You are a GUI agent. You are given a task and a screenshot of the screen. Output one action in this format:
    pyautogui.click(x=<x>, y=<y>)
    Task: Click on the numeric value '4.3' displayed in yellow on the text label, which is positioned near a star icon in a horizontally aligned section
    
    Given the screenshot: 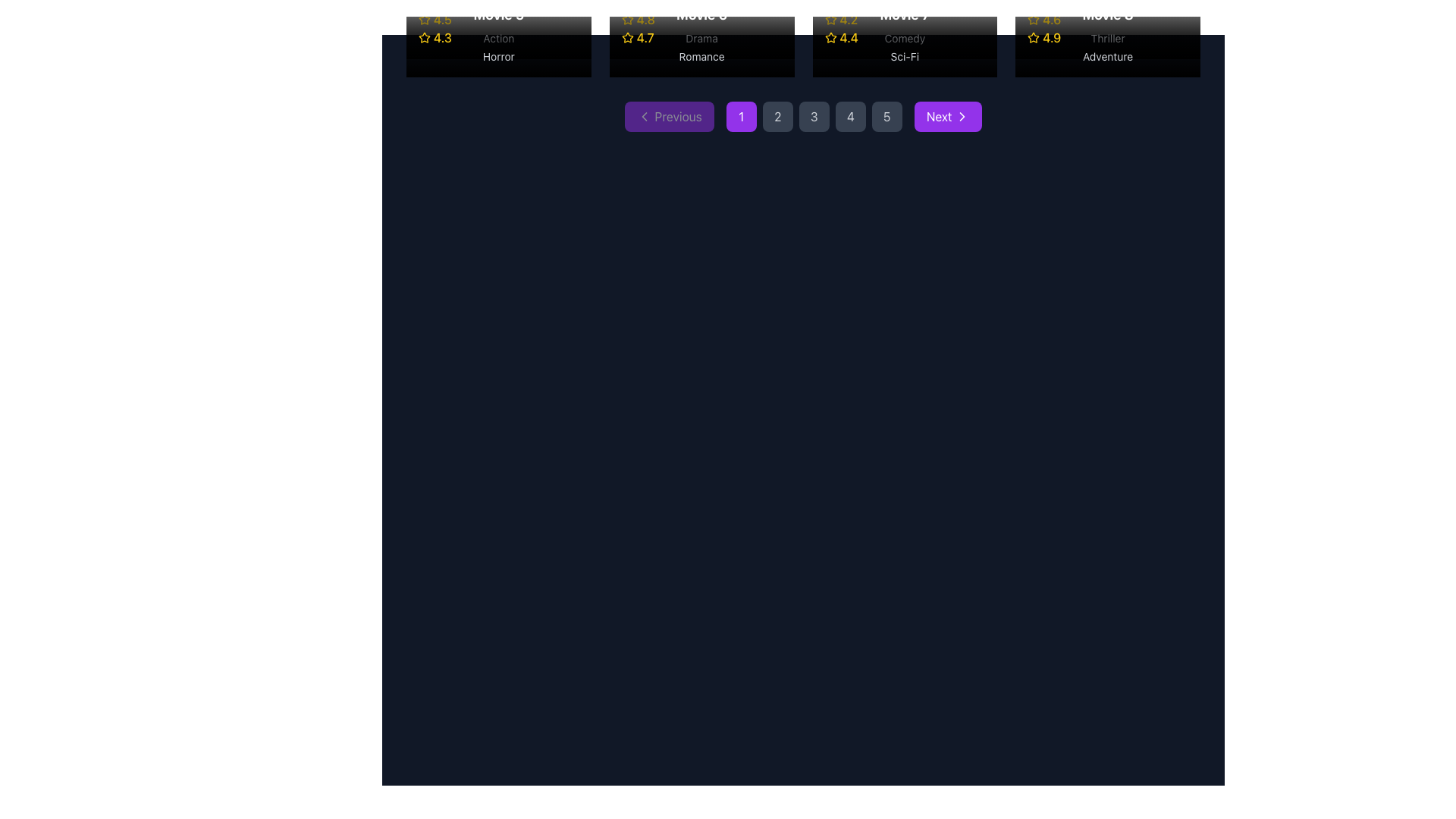 What is the action you would take?
    pyautogui.click(x=442, y=37)
    